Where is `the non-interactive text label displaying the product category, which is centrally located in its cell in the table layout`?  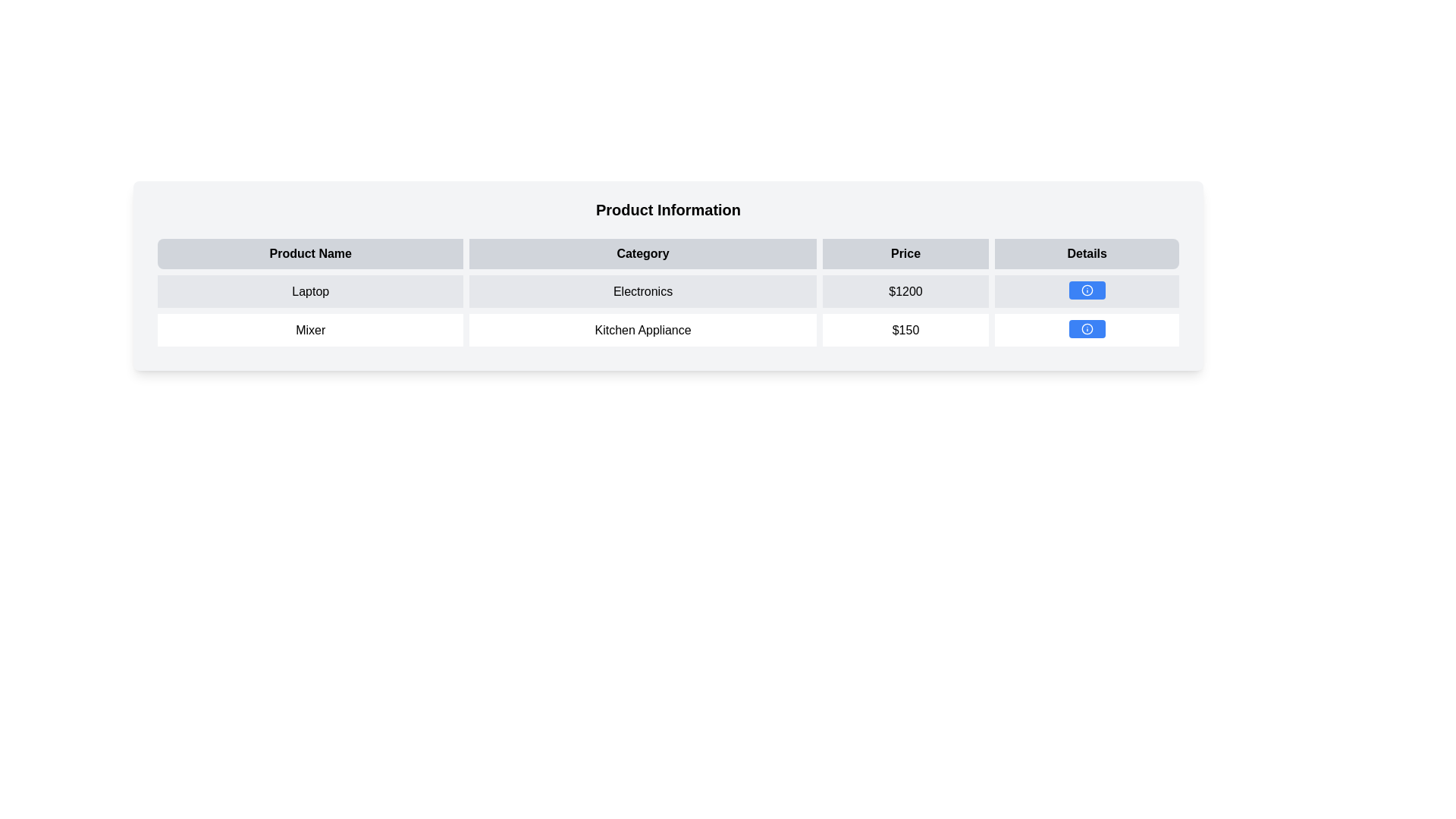
the non-interactive text label displaying the product category, which is centrally located in its cell in the table layout is located at coordinates (643, 291).